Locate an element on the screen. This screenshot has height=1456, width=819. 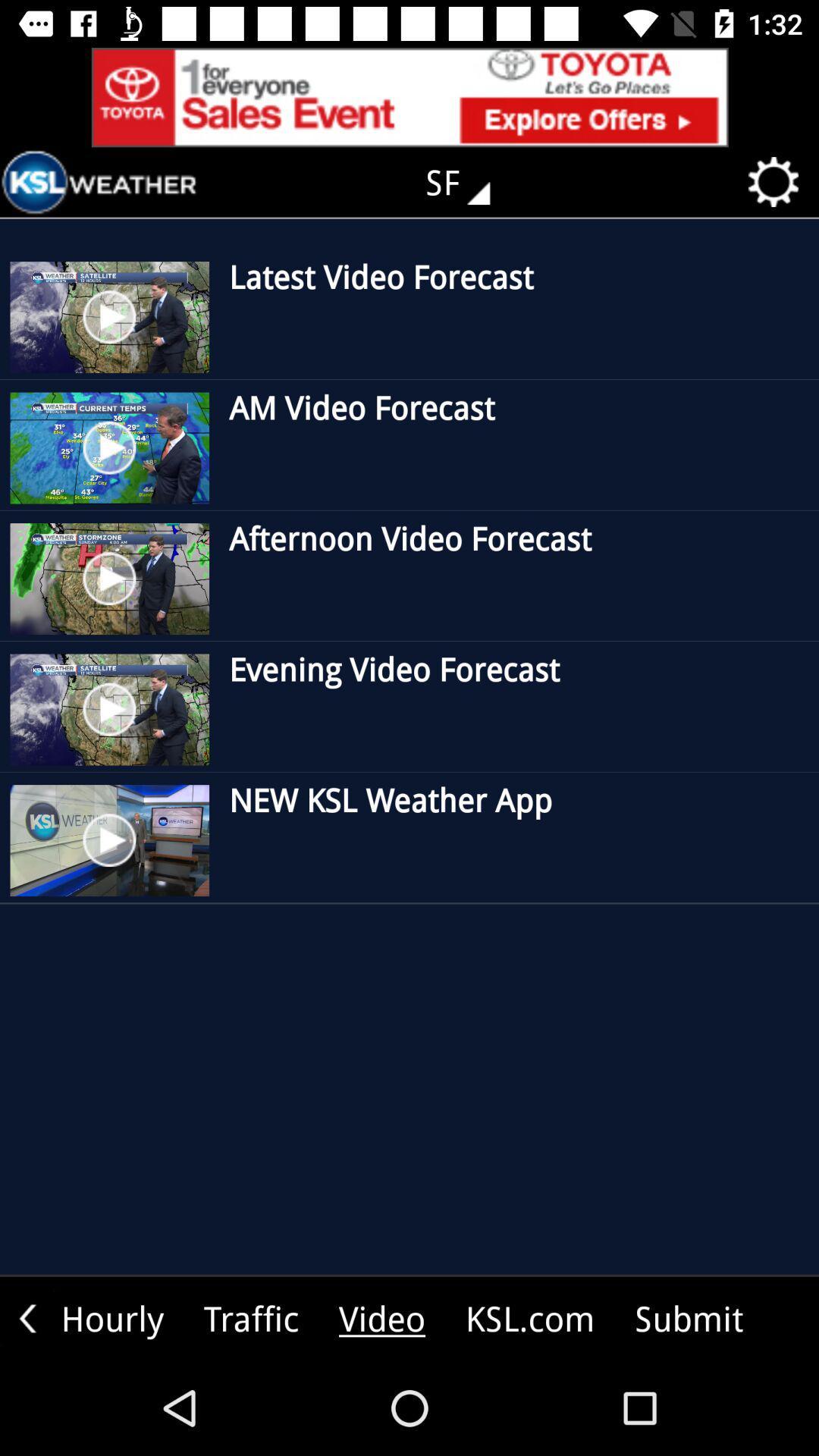
go back is located at coordinates (27, 1317).